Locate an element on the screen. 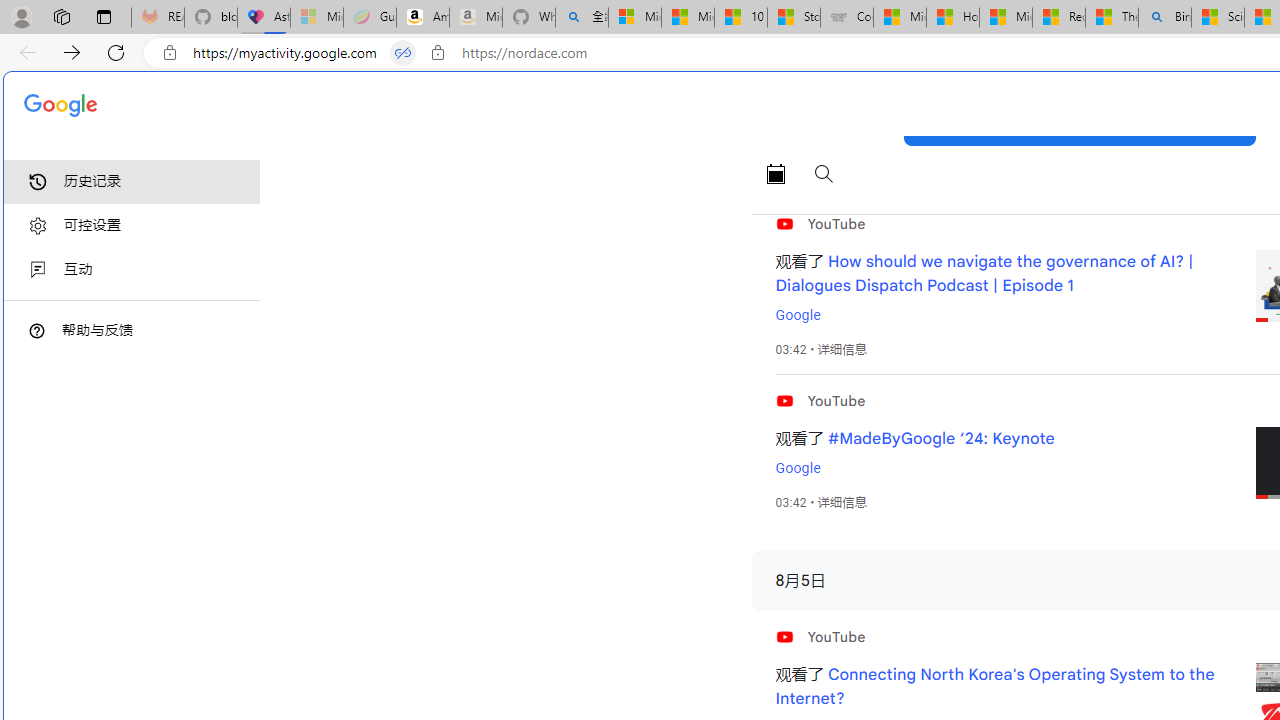 This screenshot has height=720, width=1280. 'Science - MSN' is located at coordinates (1216, 17).